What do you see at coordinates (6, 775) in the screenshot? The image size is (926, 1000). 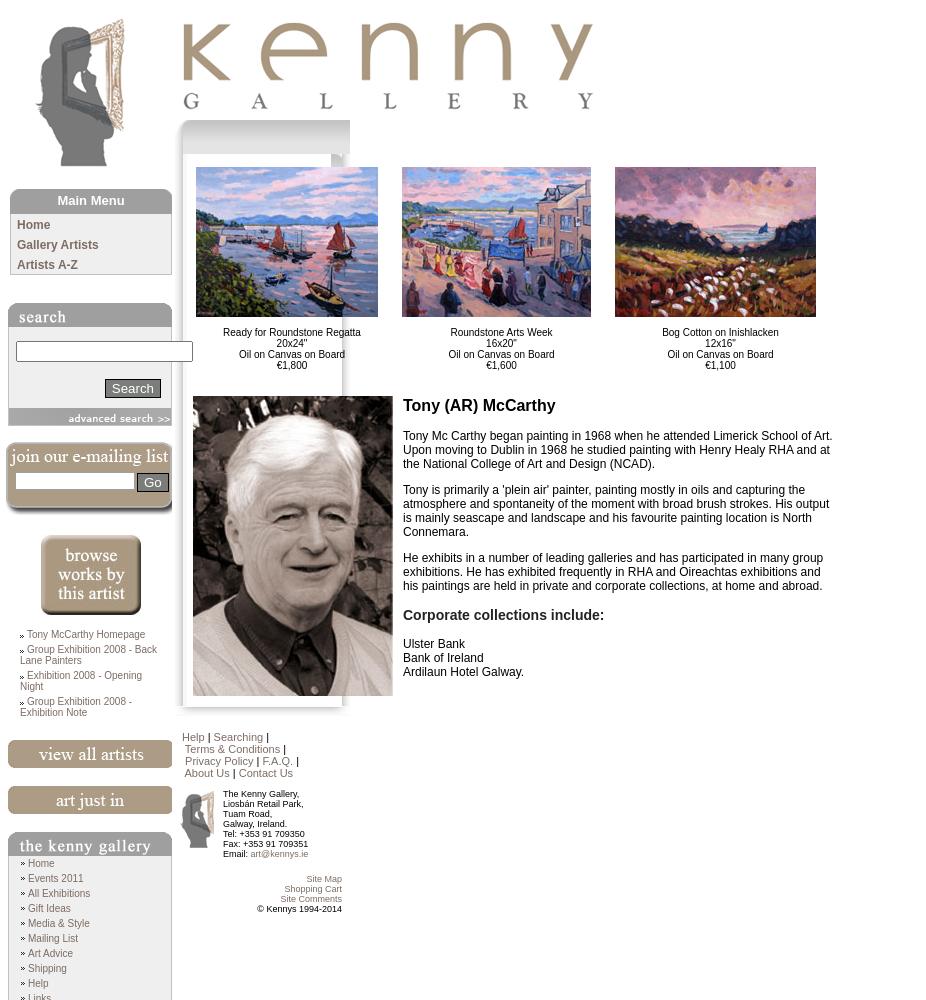 I see `'View All Artists'` at bounding box center [6, 775].